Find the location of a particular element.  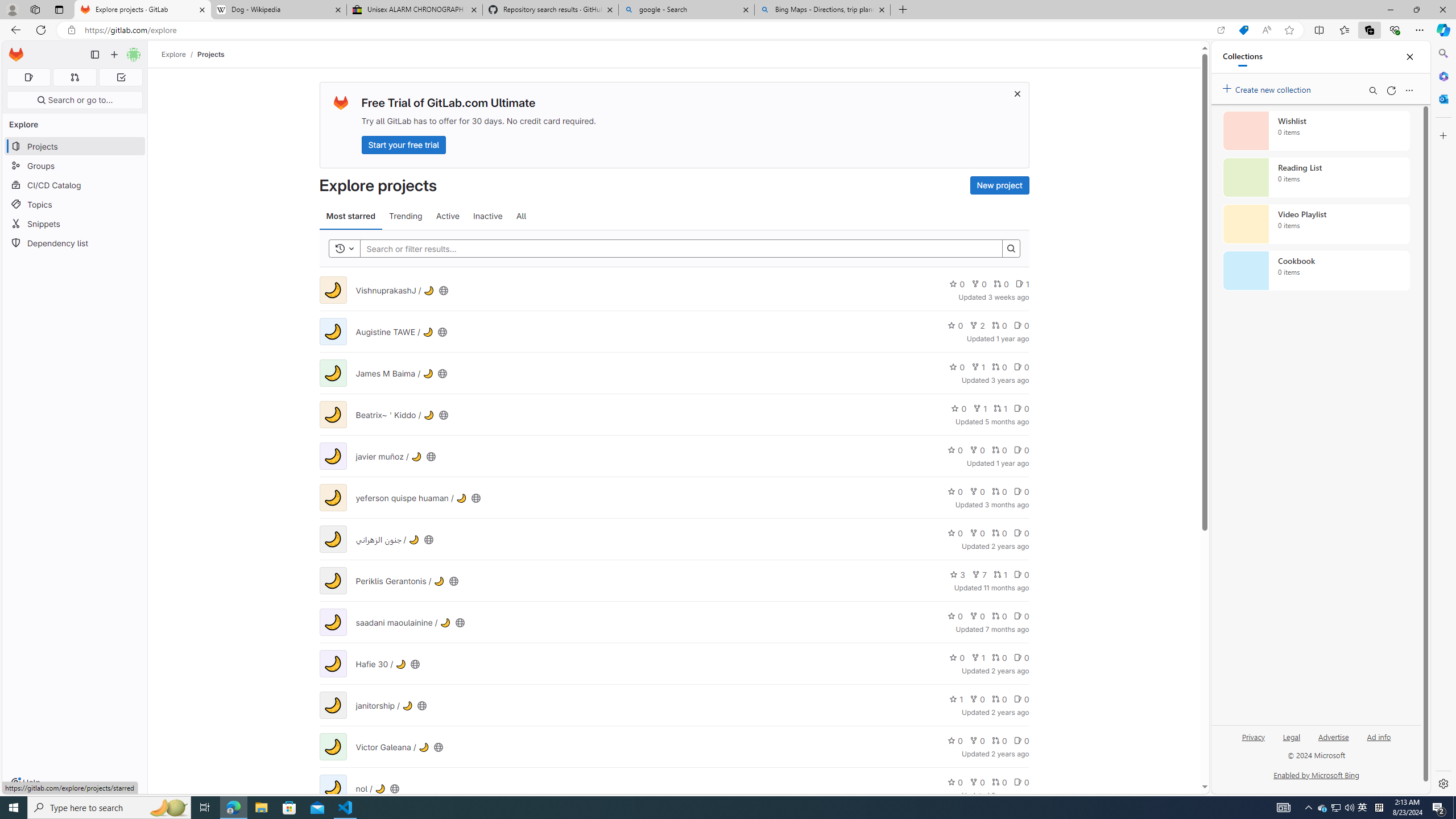

'Create new collection' is located at coordinates (1268, 87).